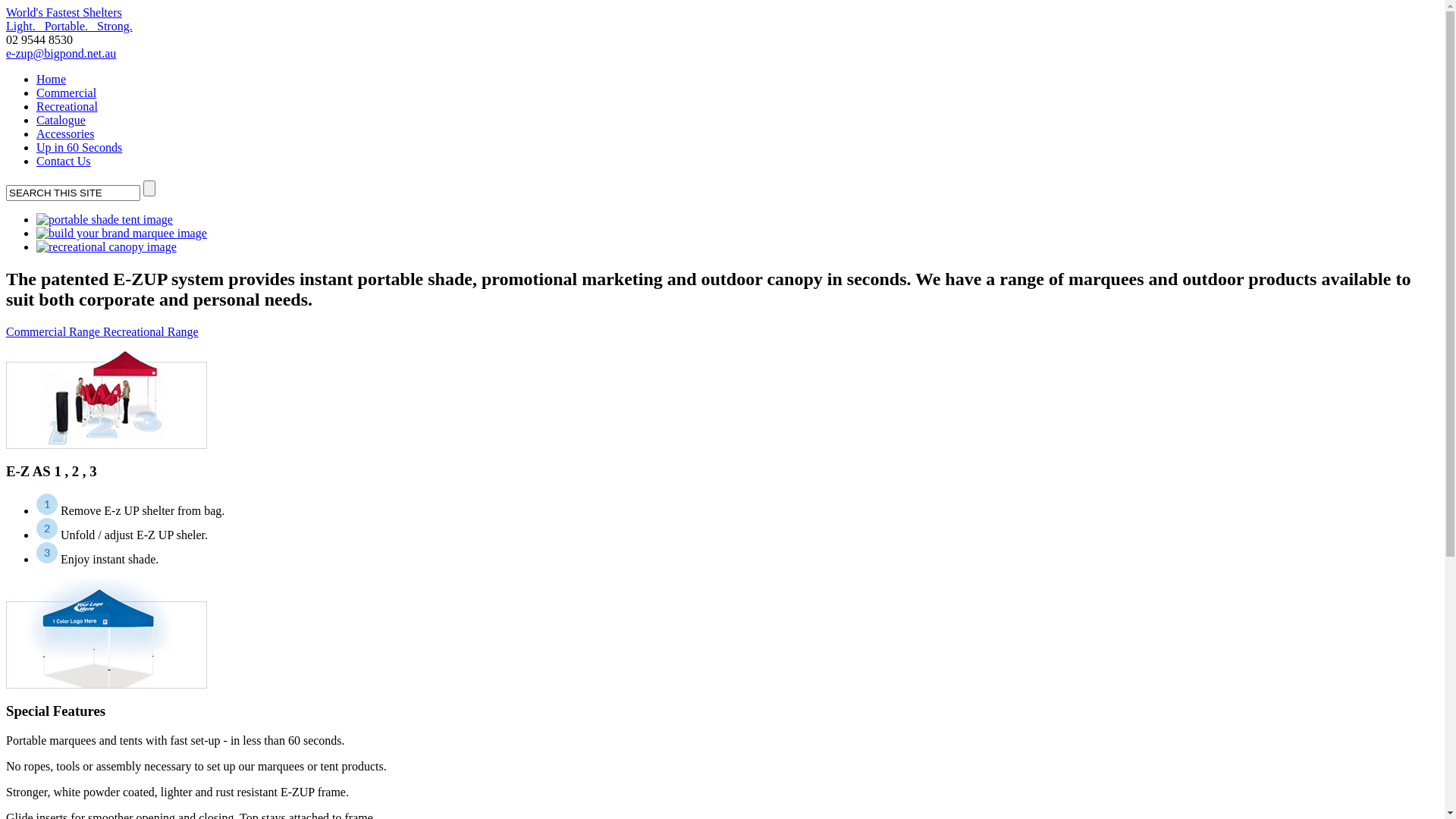  I want to click on 'Commercial', so click(65, 93).